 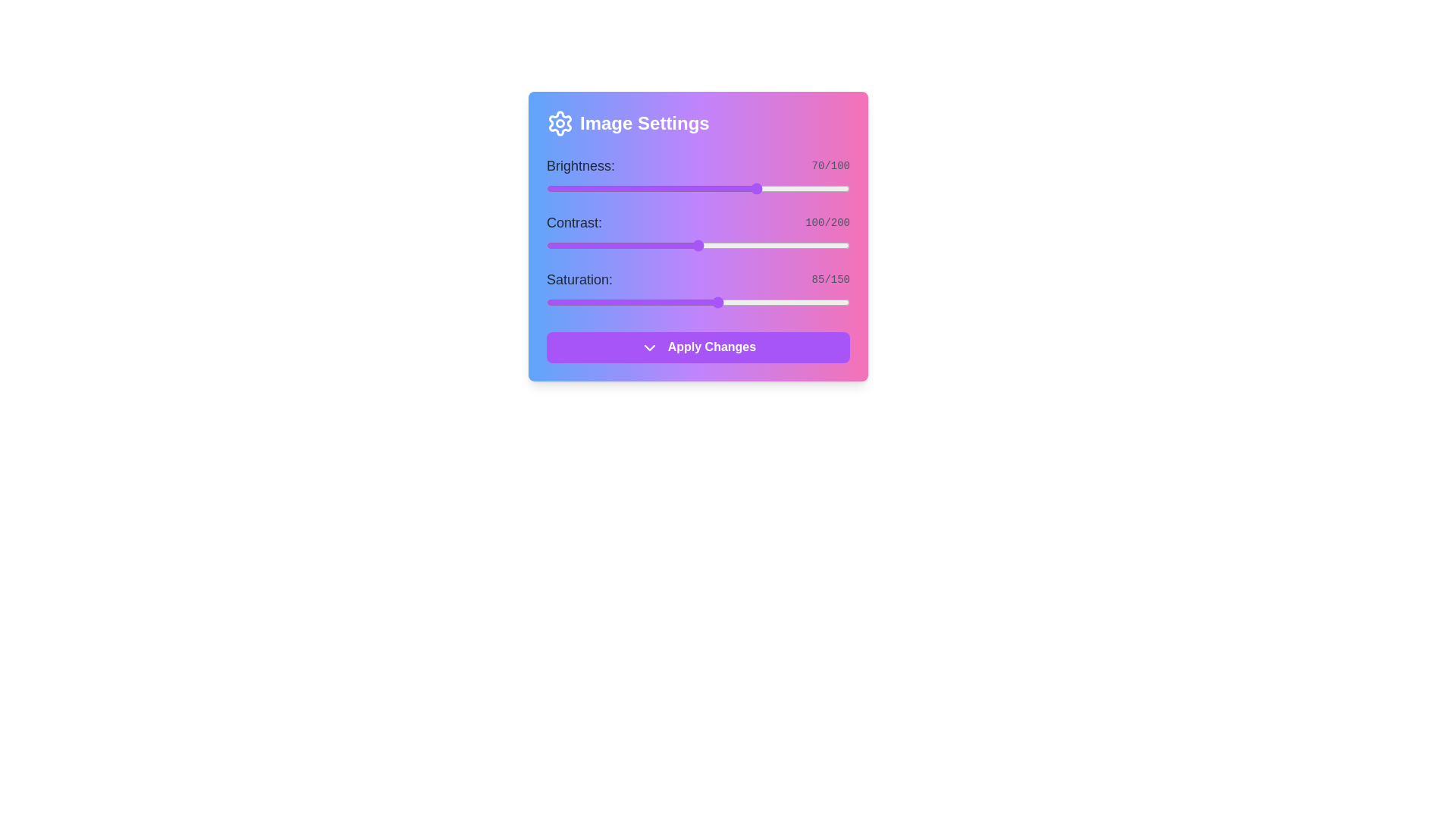 What do you see at coordinates (566, 245) in the screenshot?
I see `the contrast slider to 13 value` at bounding box center [566, 245].